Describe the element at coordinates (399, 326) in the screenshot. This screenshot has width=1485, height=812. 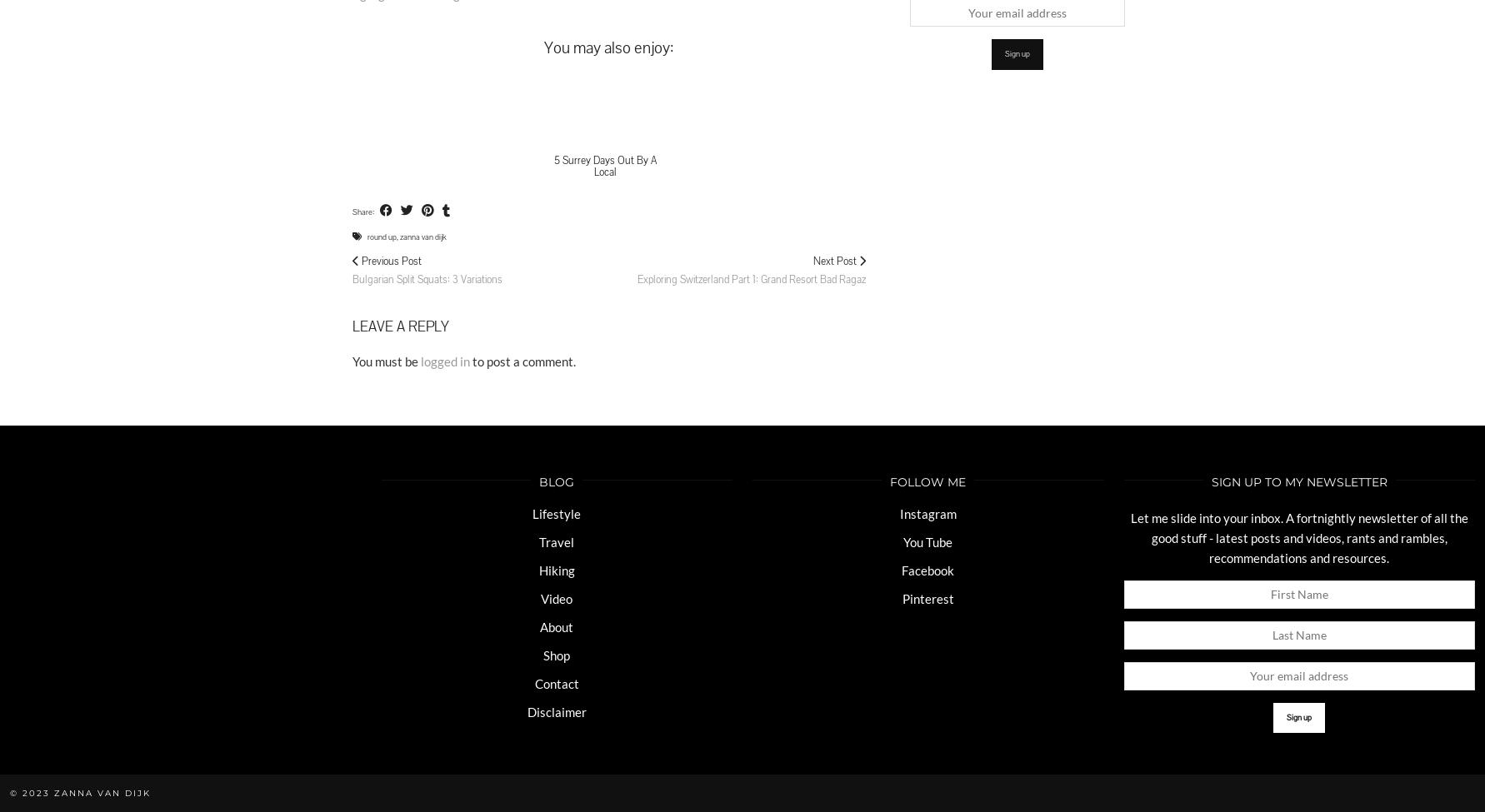
I see `'Leave a Reply'` at that location.